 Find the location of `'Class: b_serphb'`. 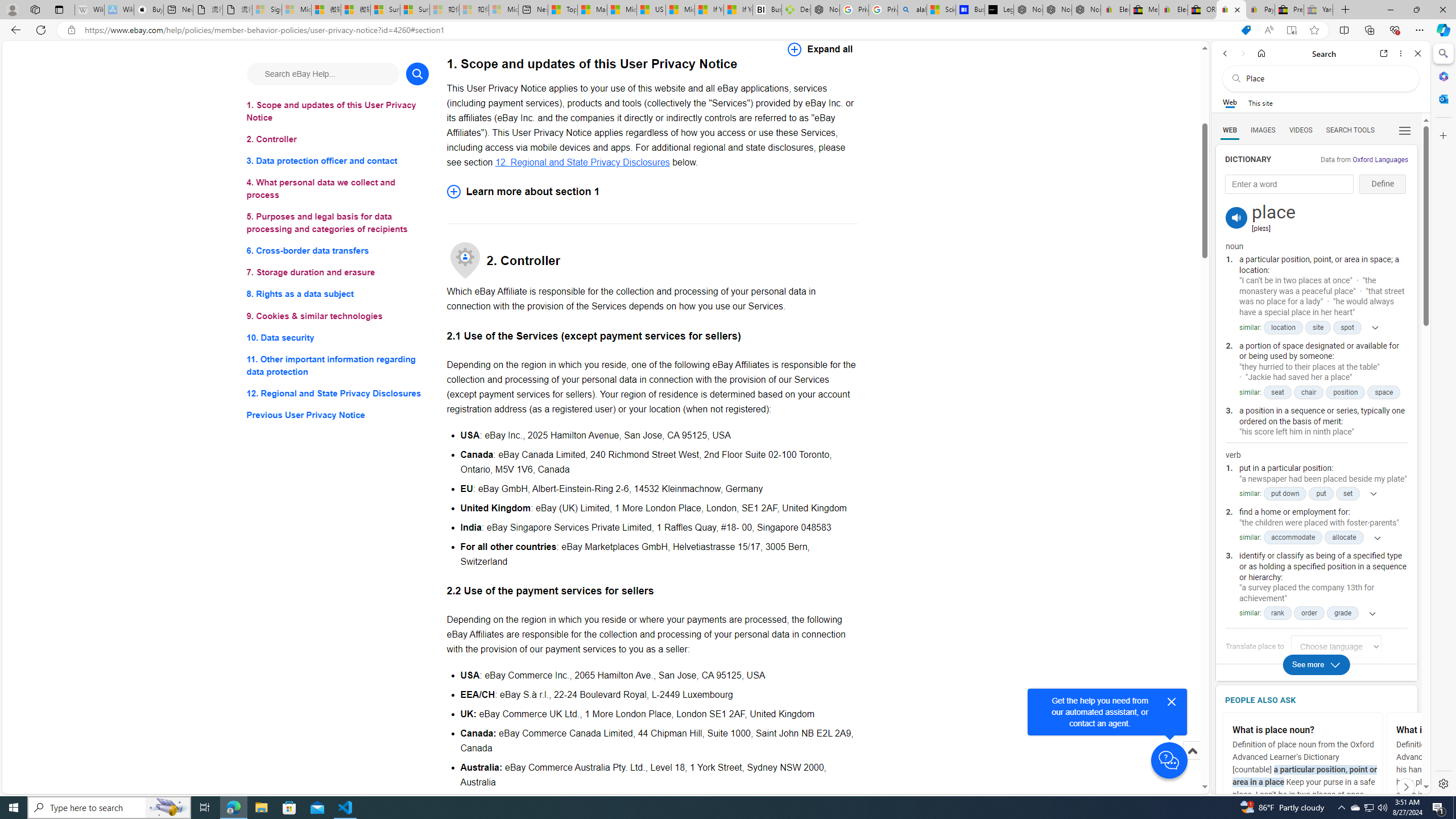

'Class: b_serphb' is located at coordinates (1405, 130).